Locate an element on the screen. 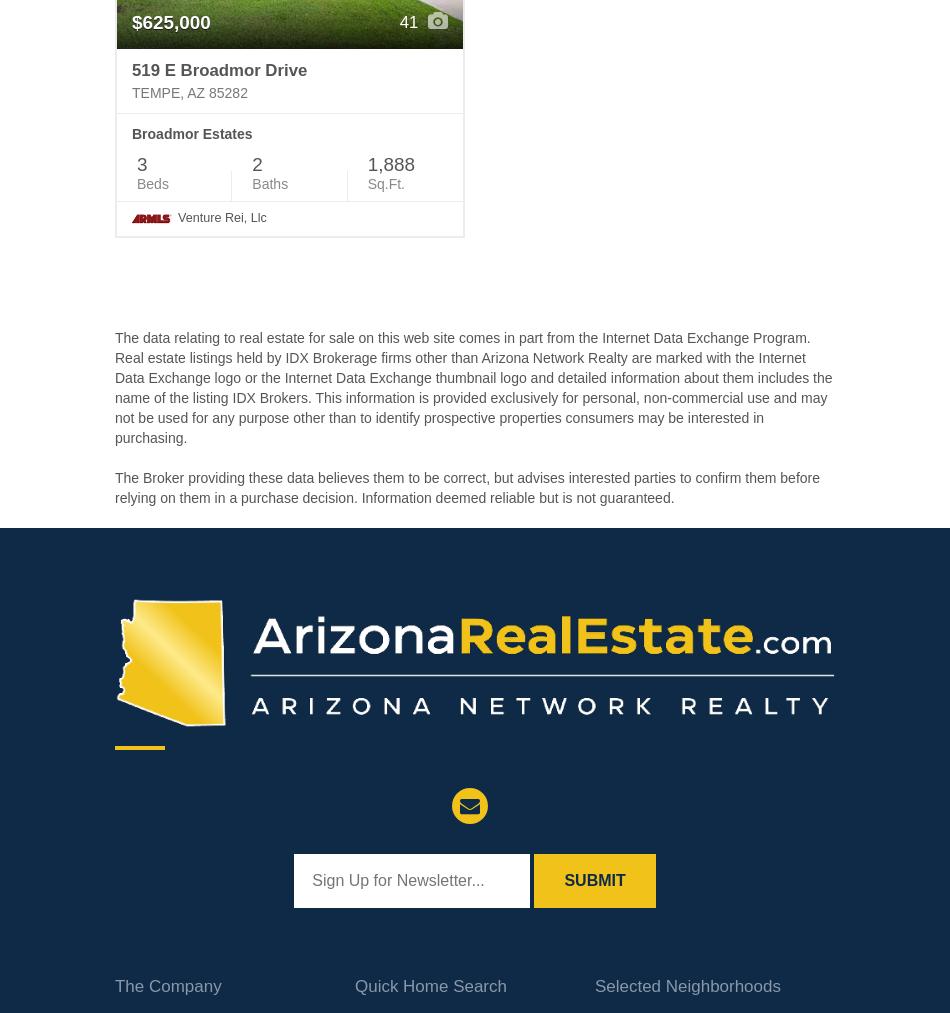 This screenshot has width=950, height=1013. 'Tempe,  AZ 85282' is located at coordinates (189, 90).